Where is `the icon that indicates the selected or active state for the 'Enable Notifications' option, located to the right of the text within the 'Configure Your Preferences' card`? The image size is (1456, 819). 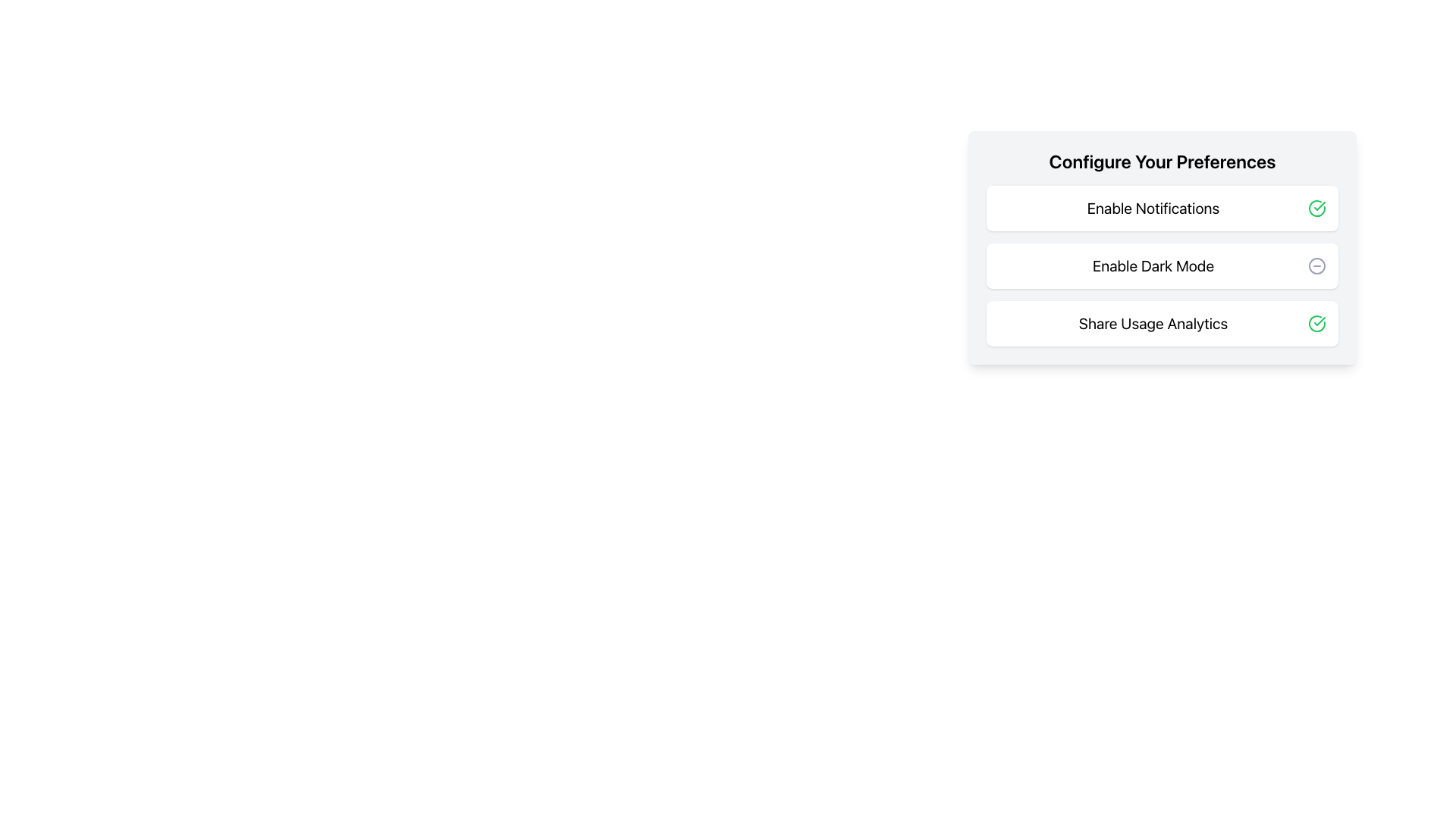 the icon that indicates the selected or active state for the 'Enable Notifications' option, located to the right of the text within the 'Configure Your Preferences' card is located at coordinates (1316, 208).